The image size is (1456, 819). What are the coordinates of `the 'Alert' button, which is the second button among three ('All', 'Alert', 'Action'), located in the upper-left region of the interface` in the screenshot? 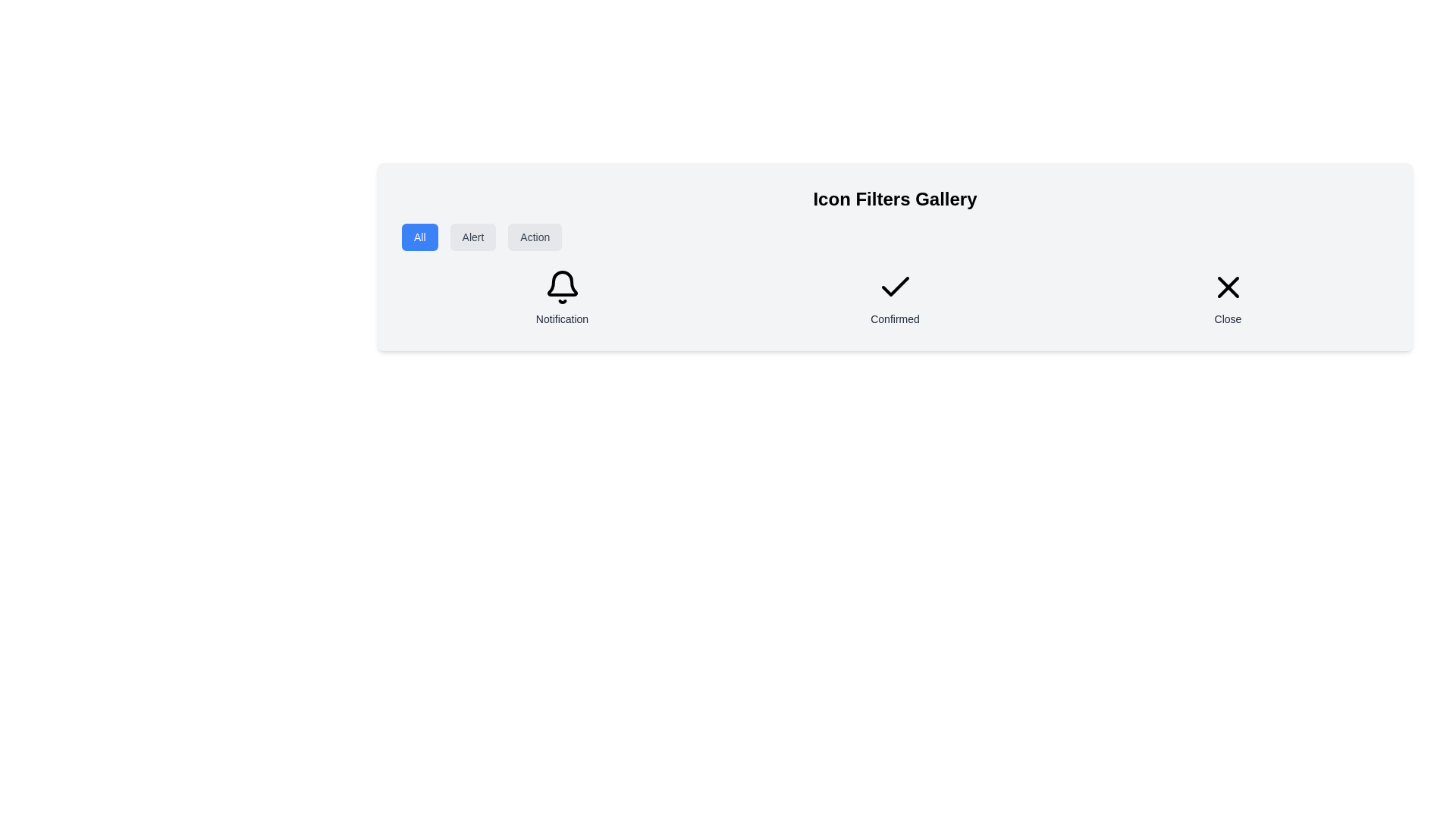 It's located at (472, 237).